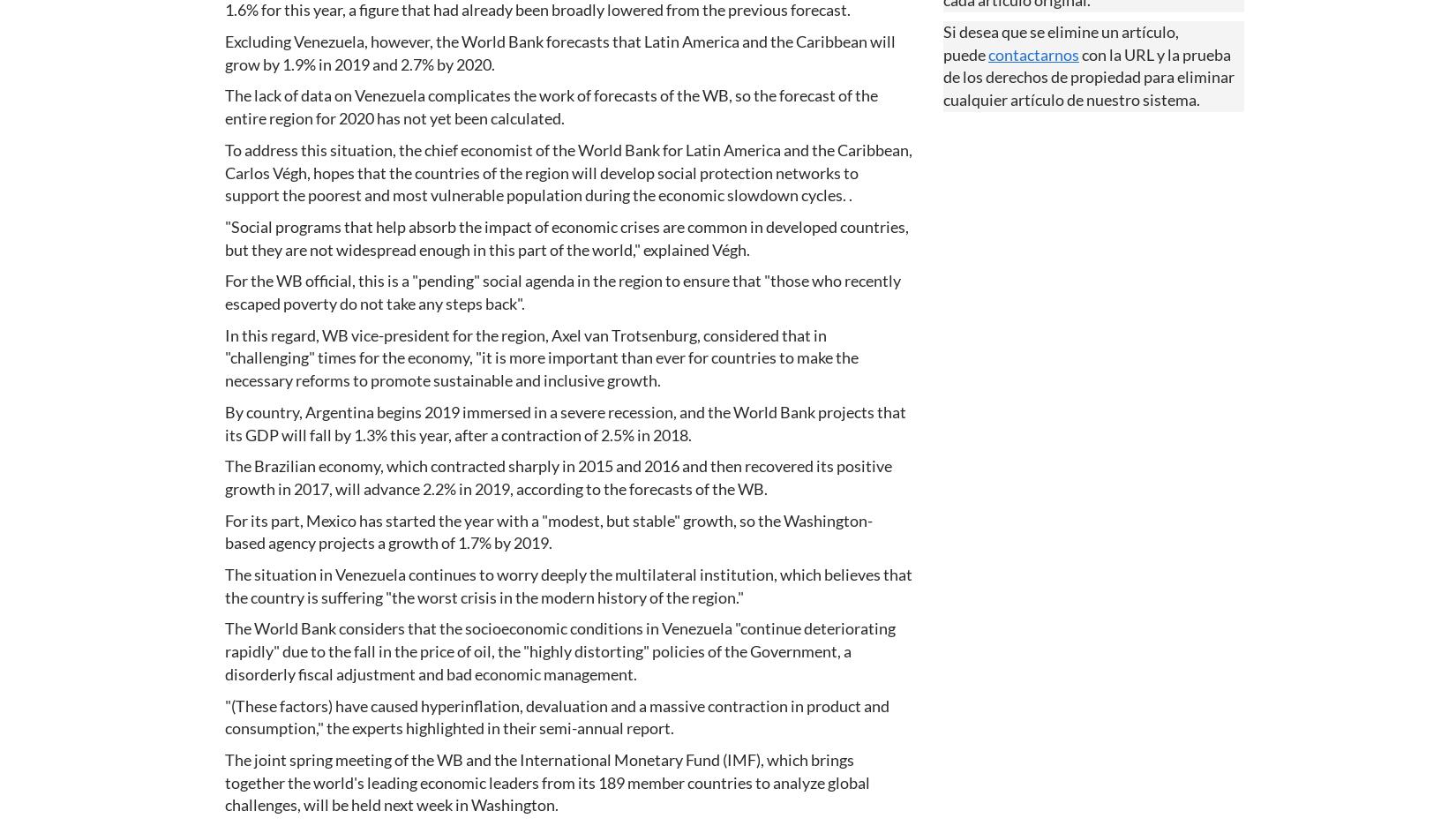 Image resolution: width=1456 pixels, height=826 pixels. What do you see at coordinates (1061, 42) in the screenshot?
I see `'Si desea que se elimine un artículo, puede'` at bounding box center [1061, 42].